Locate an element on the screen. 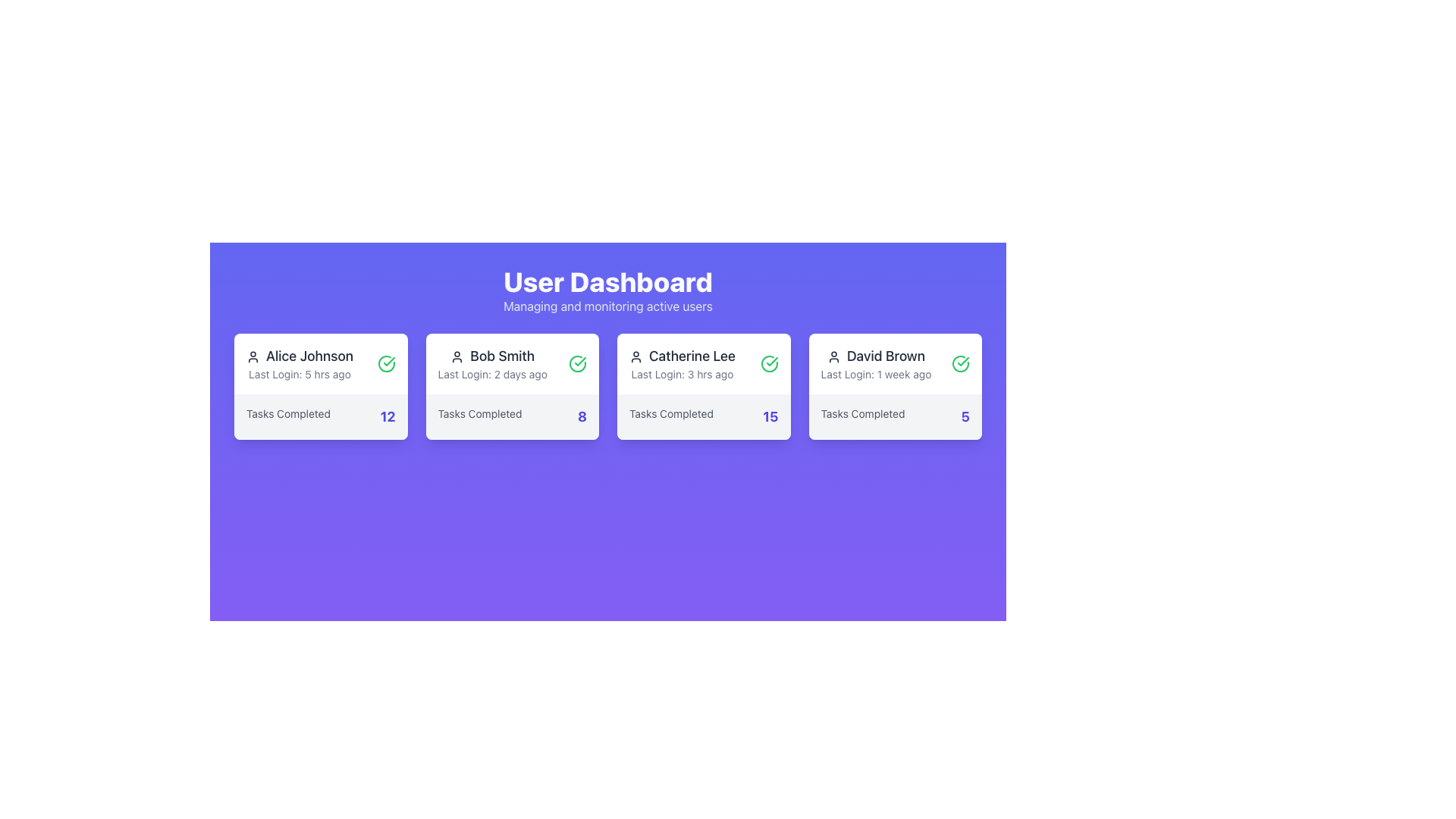  the Information Card that provides summary information about user Catherine Lee, located as the third item in the User Dashboard grid layout is located at coordinates (703, 385).